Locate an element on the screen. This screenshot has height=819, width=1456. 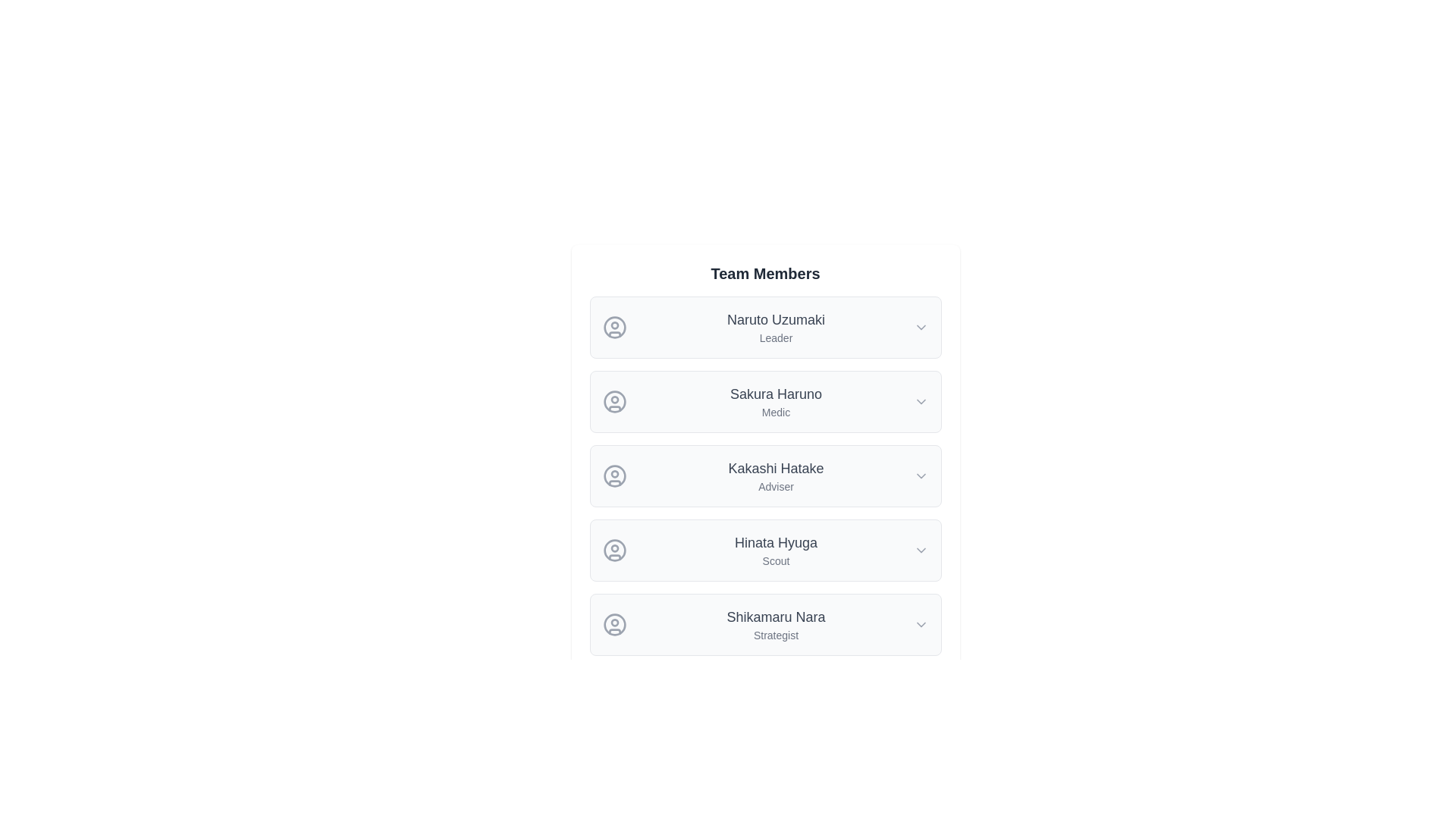
the Text Block displaying 'Naruto Uzumaki' as the first item in the list of 'Team Members', which includes the role 'Leader' underneath is located at coordinates (776, 327).